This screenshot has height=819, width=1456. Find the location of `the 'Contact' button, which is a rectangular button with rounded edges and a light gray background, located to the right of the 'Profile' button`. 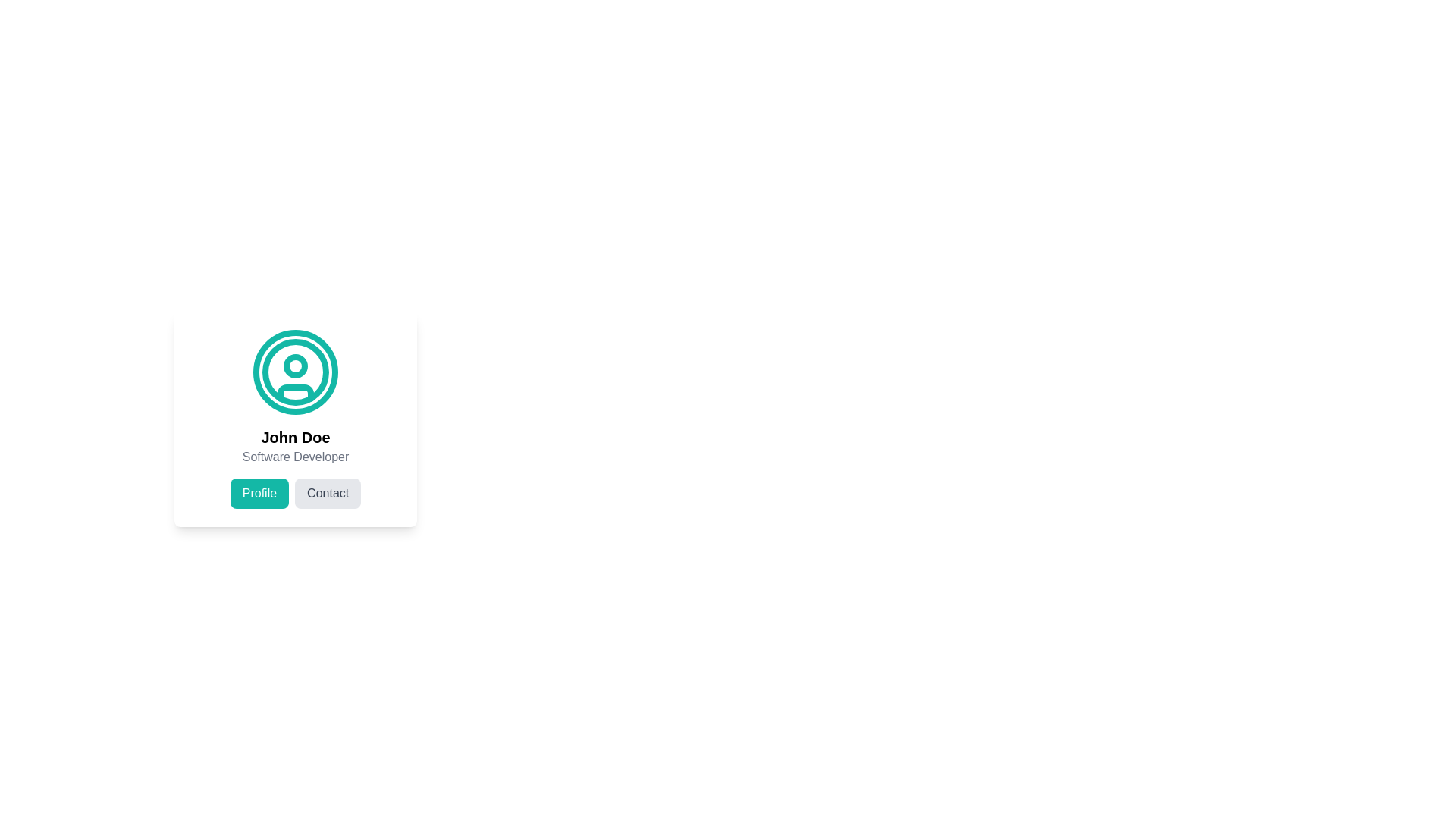

the 'Contact' button, which is a rectangular button with rounded edges and a light gray background, located to the right of the 'Profile' button is located at coordinates (327, 494).